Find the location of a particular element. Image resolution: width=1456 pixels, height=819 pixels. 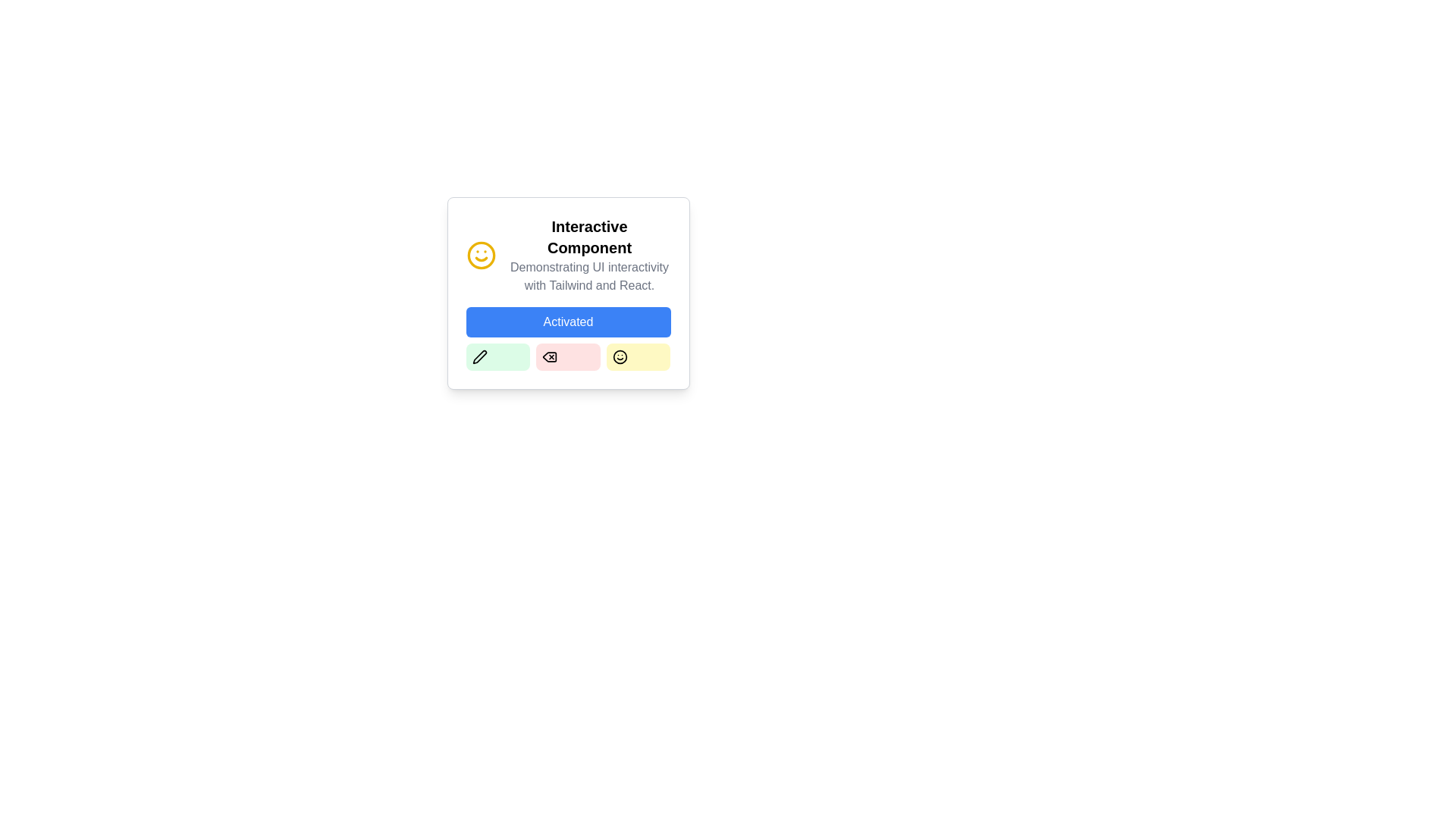

the trash icon button with a pink background and red border is located at coordinates (549, 356).